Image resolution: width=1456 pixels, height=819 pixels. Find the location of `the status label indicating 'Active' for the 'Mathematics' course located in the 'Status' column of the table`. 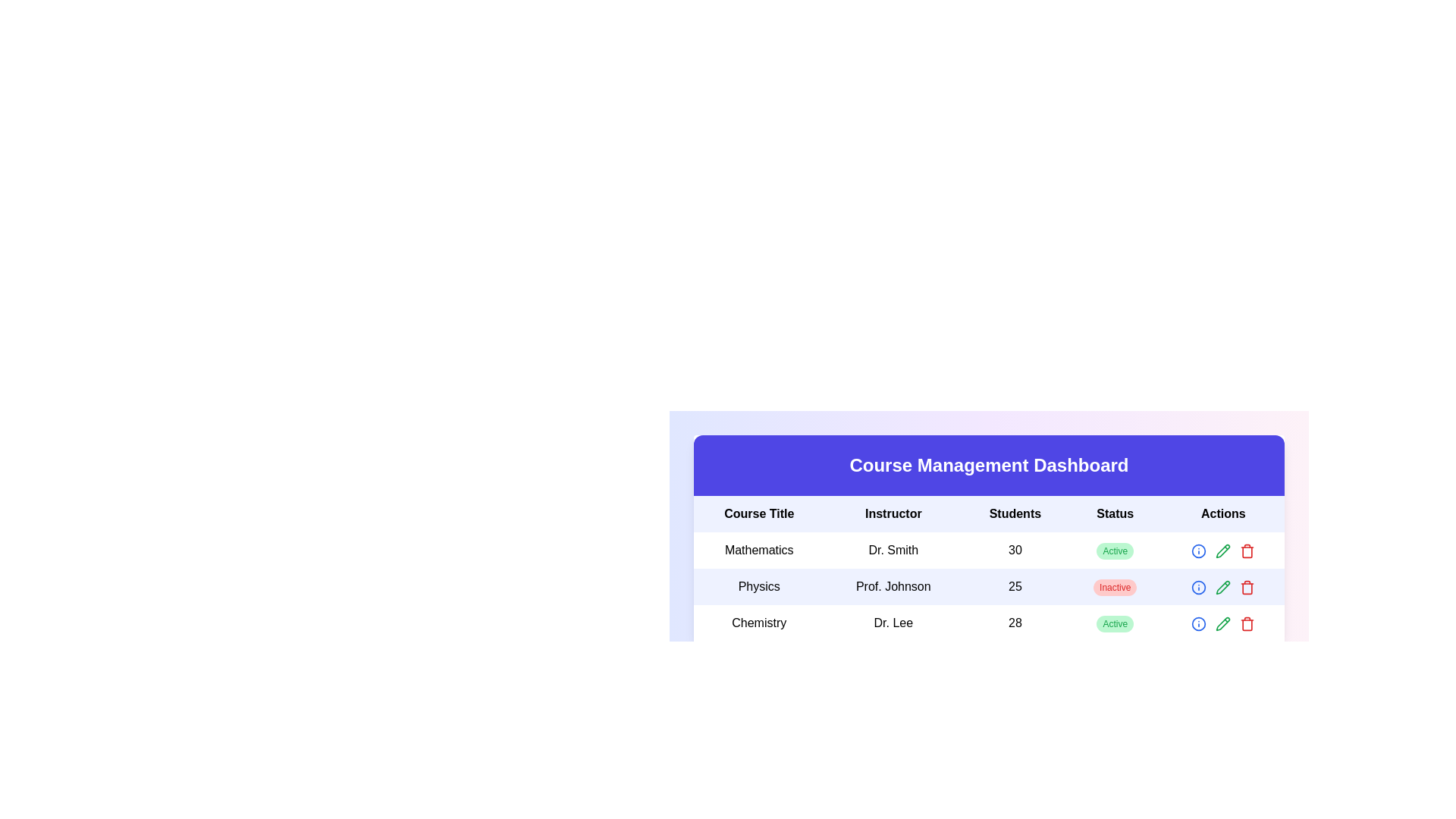

the status label indicating 'Active' for the 'Mathematics' course located in the 'Status' column of the table is located at coordinates (1115, 550).